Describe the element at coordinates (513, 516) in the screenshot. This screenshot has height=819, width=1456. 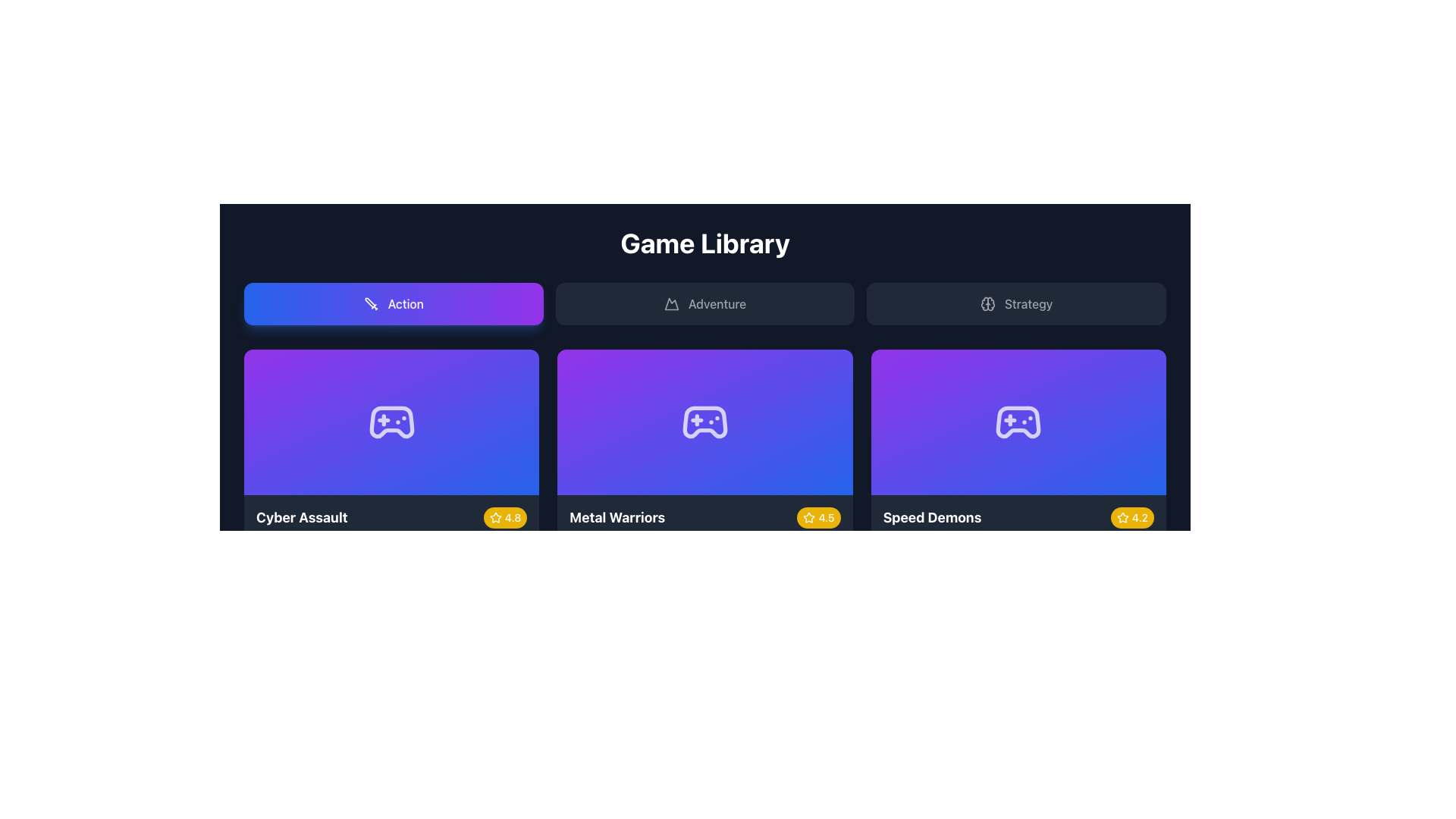
I see `the numerical rating score text label located at the bottom-right corner of the 'Cyber Assault' game card` at that location.